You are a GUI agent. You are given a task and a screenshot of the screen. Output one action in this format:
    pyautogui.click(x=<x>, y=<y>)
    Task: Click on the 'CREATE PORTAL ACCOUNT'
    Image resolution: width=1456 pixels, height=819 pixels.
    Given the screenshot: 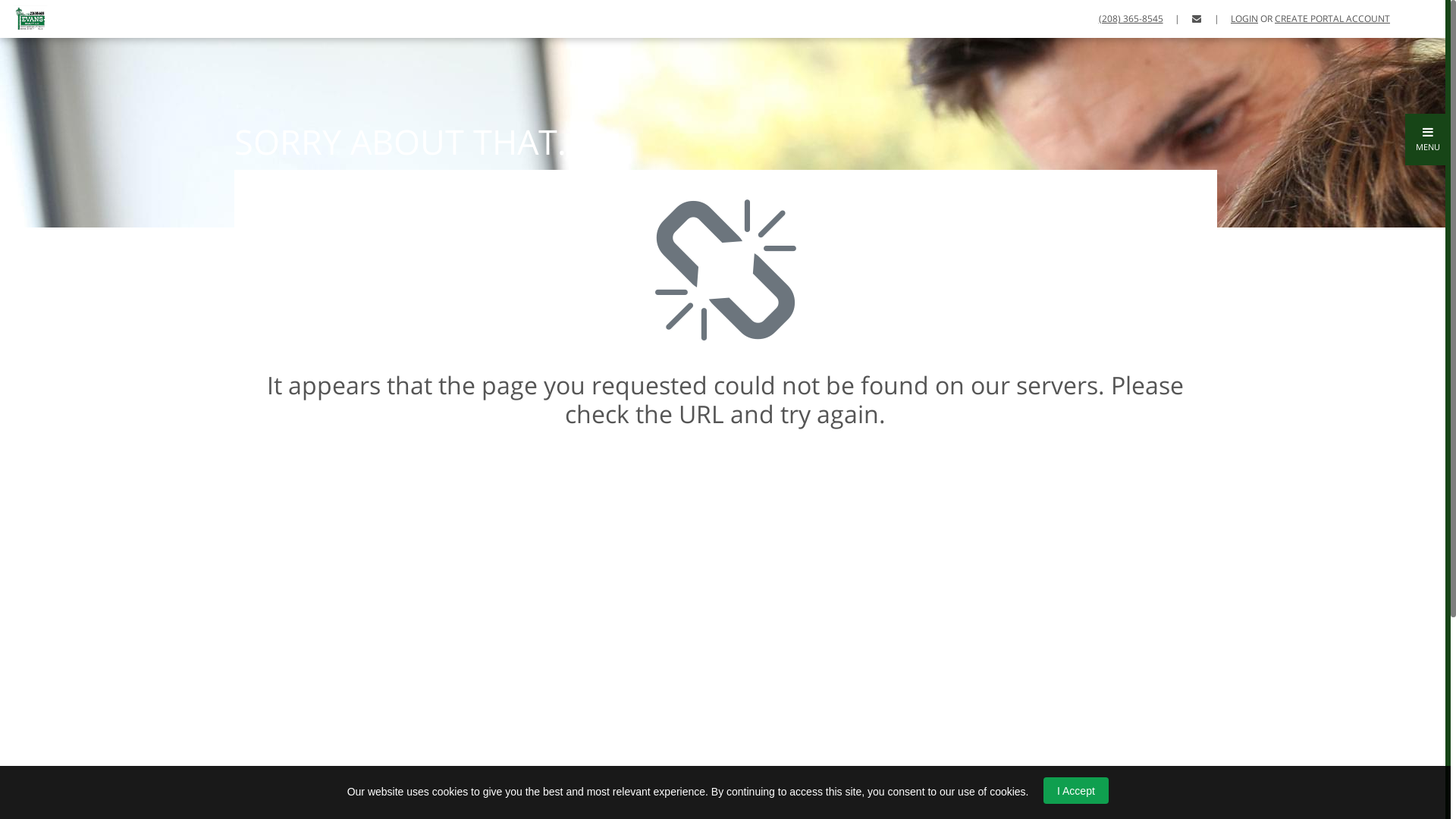 What is the action you would take?
    pyautogui.click(x=1331, y=18)
    